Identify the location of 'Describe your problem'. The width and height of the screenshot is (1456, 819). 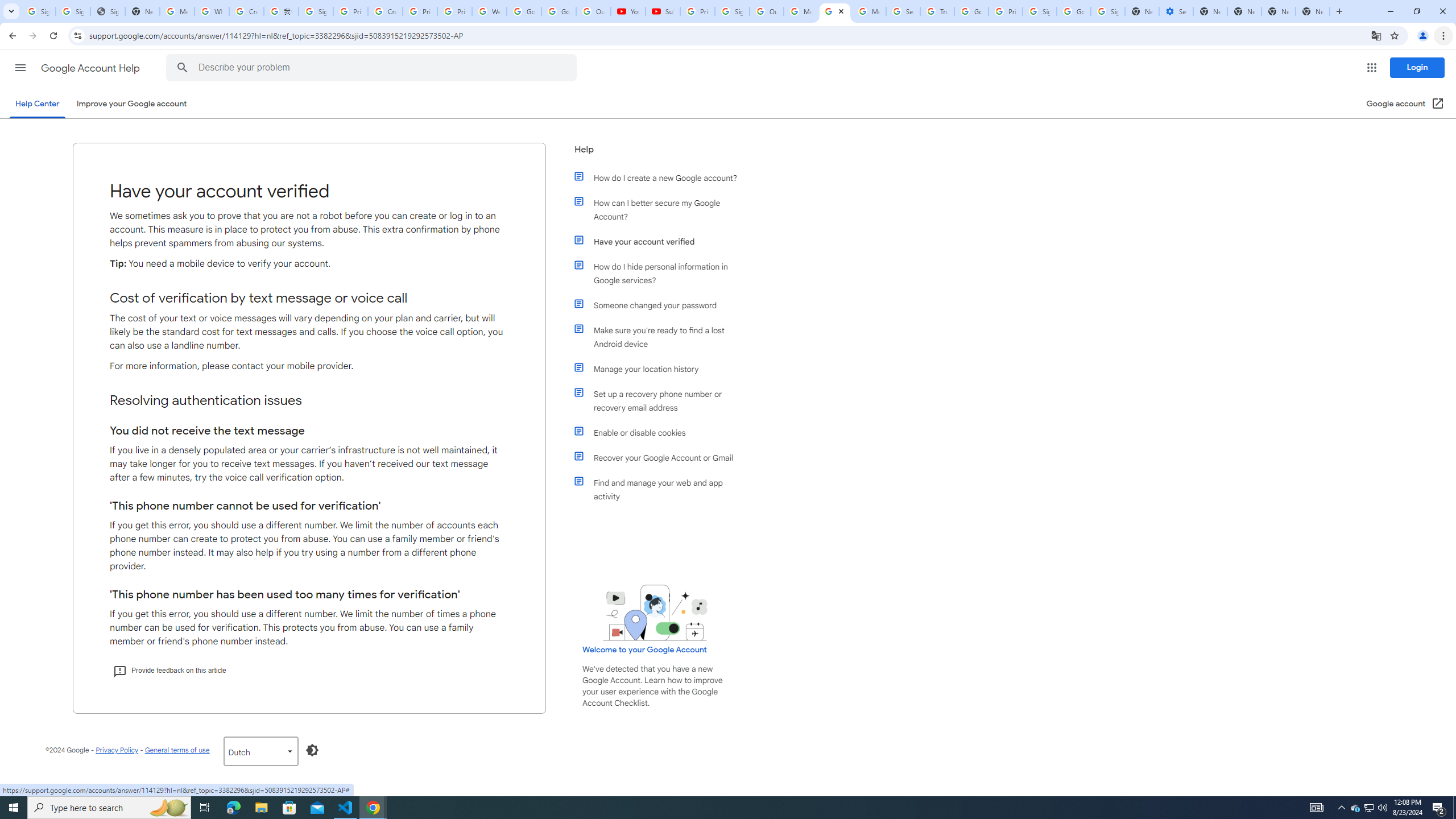
(373, 67).